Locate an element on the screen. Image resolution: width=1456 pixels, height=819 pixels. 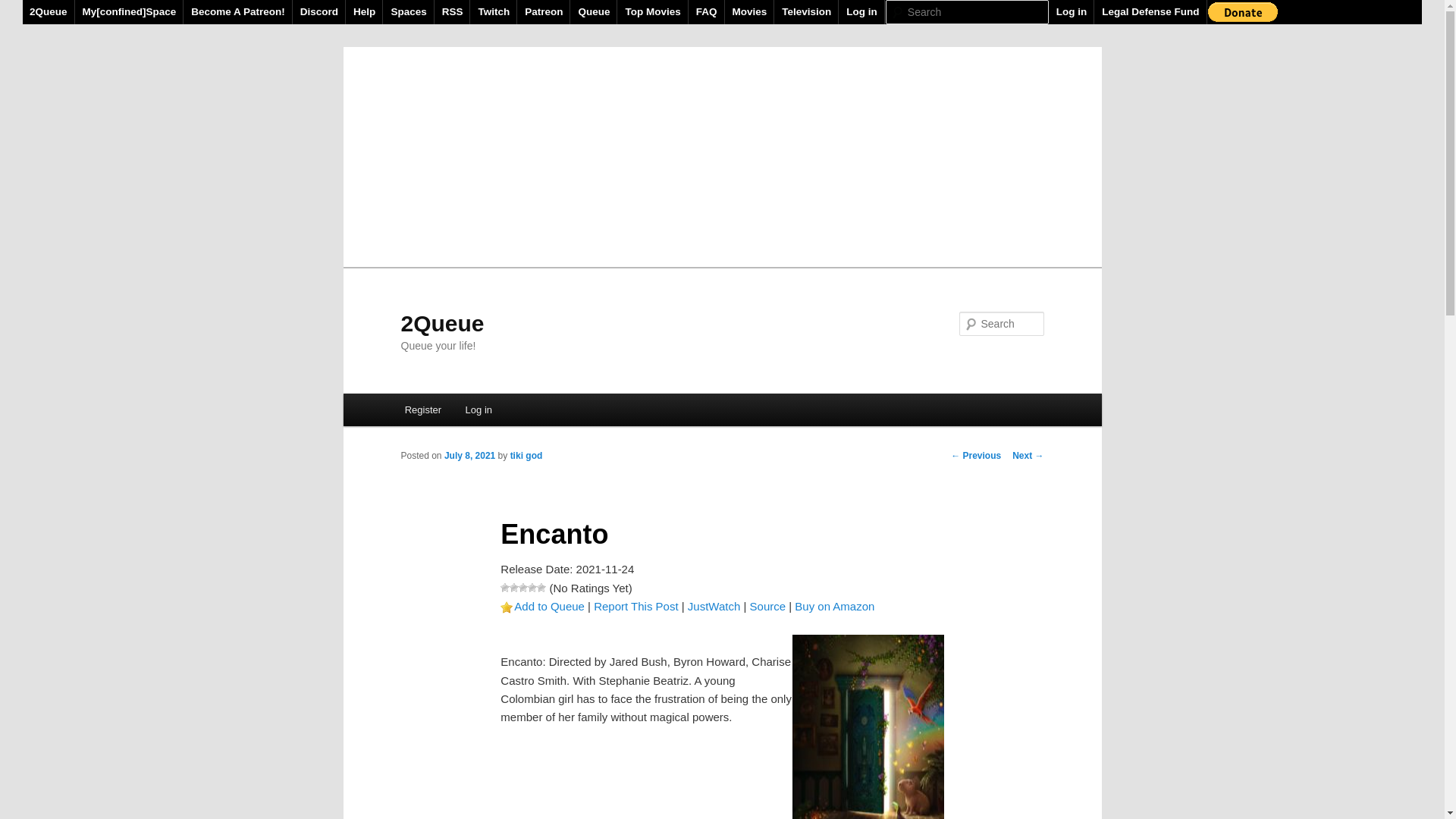
'Search' is located at coordinates (0, 8).